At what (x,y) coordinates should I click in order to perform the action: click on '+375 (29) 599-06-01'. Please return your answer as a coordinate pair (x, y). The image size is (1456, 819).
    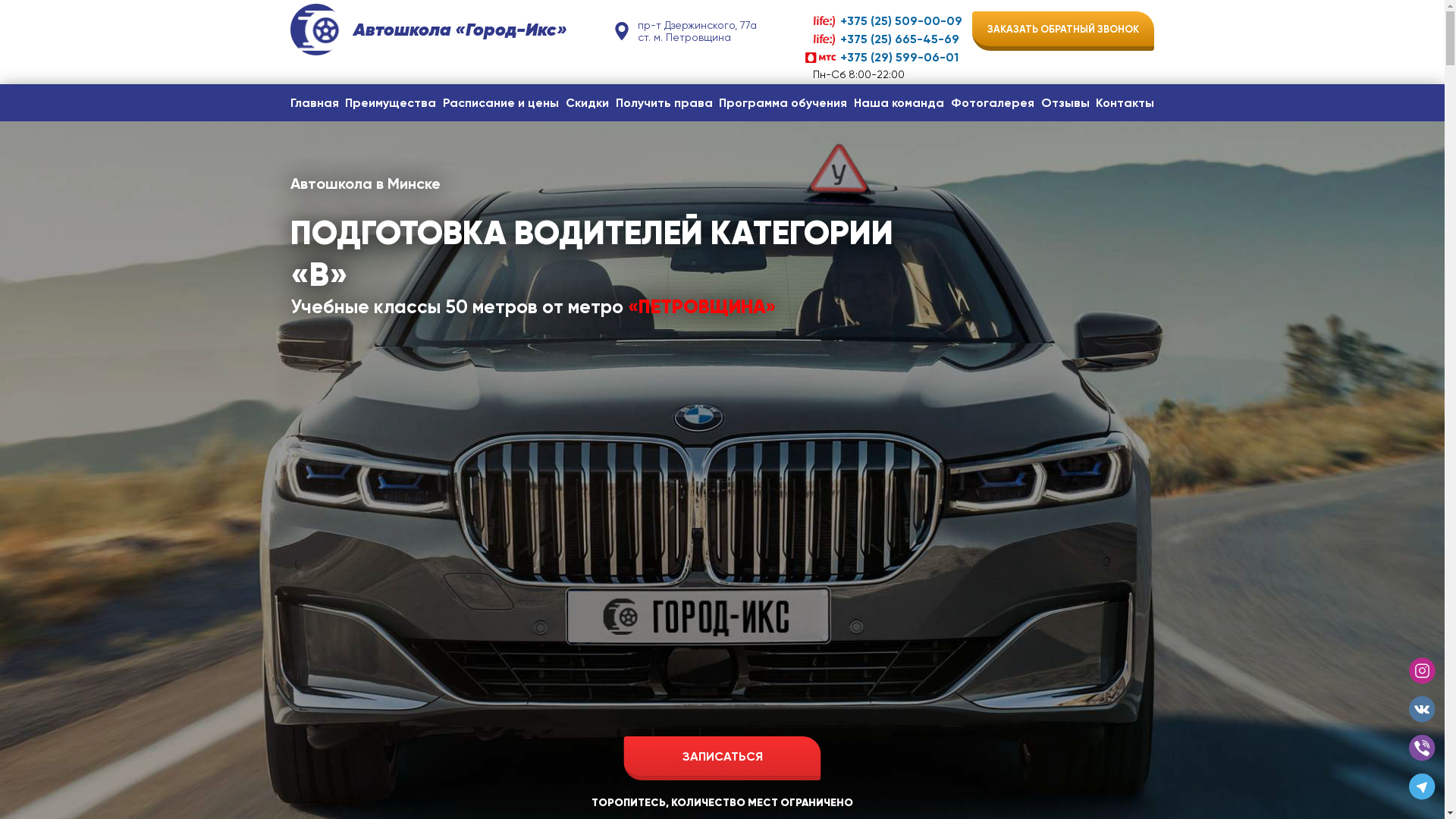
    Looking at the image, I should click on (883, 56).